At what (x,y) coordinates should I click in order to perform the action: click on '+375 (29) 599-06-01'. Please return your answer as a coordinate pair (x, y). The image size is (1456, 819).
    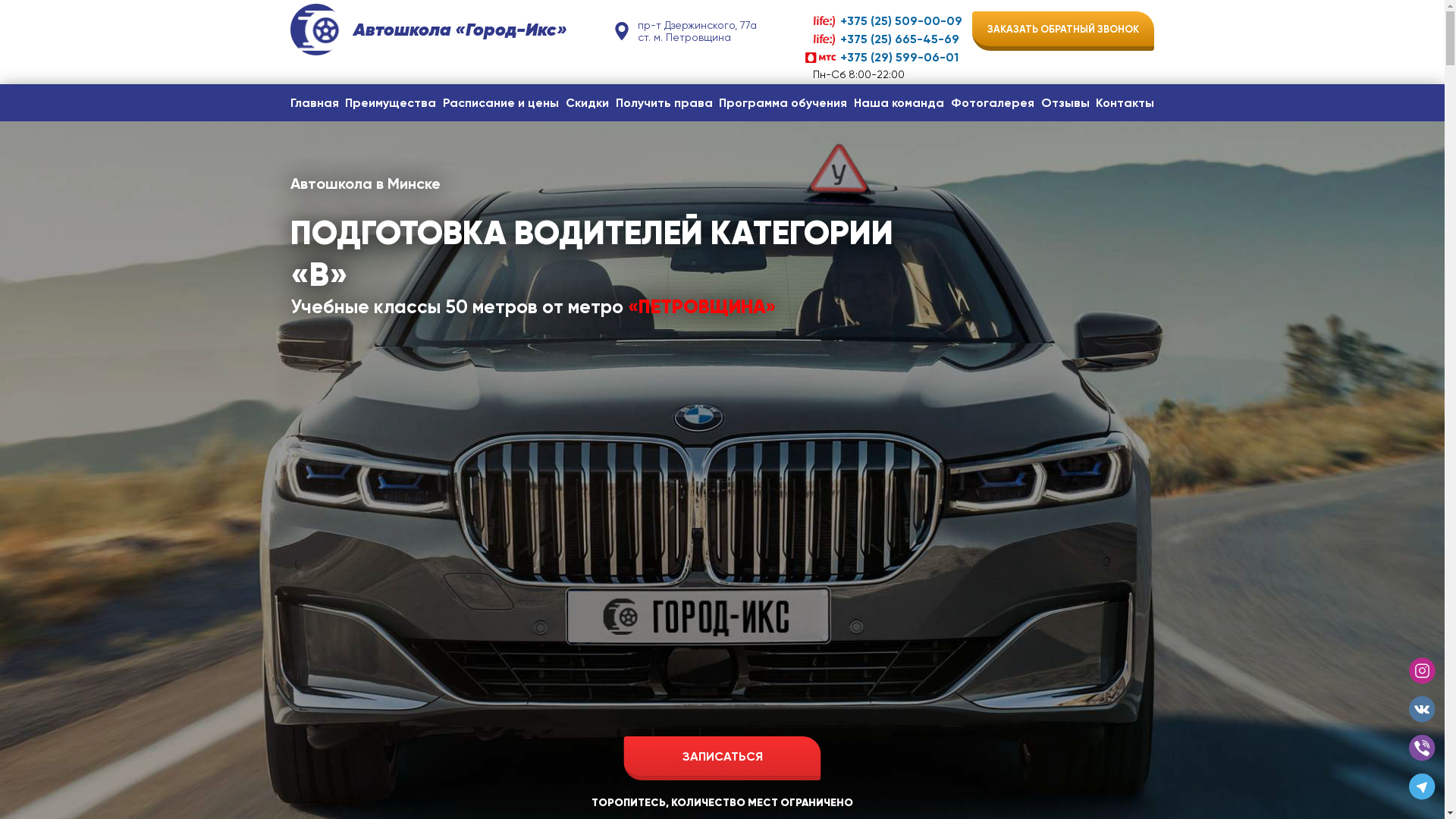
    Looking at the image, I should click on (883, 56).